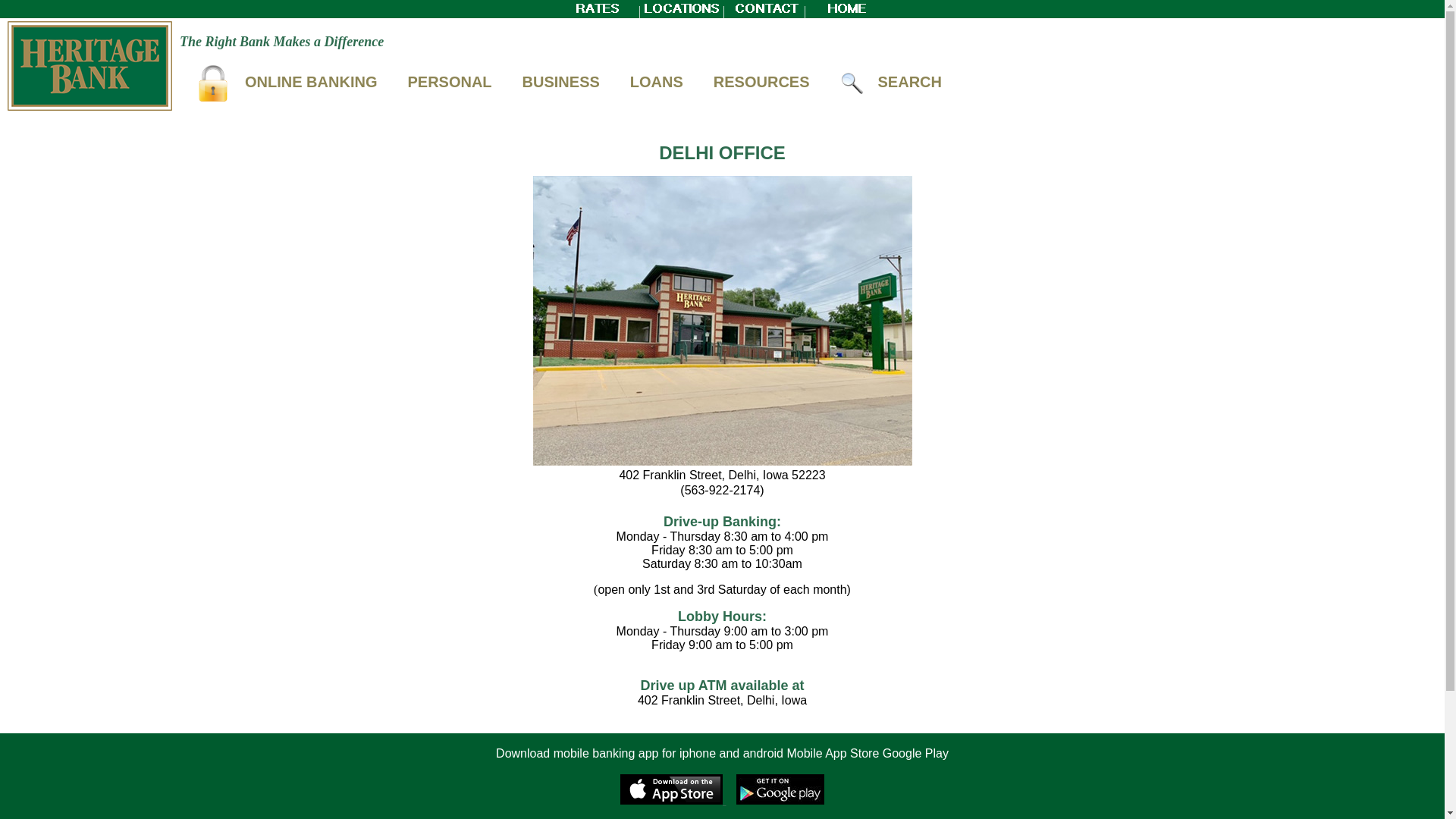 This screenshot has width=1456, height=819. Describe the element at coordinates (507, 82) in the screenshot. I see `'BUSINESS'` at that location.